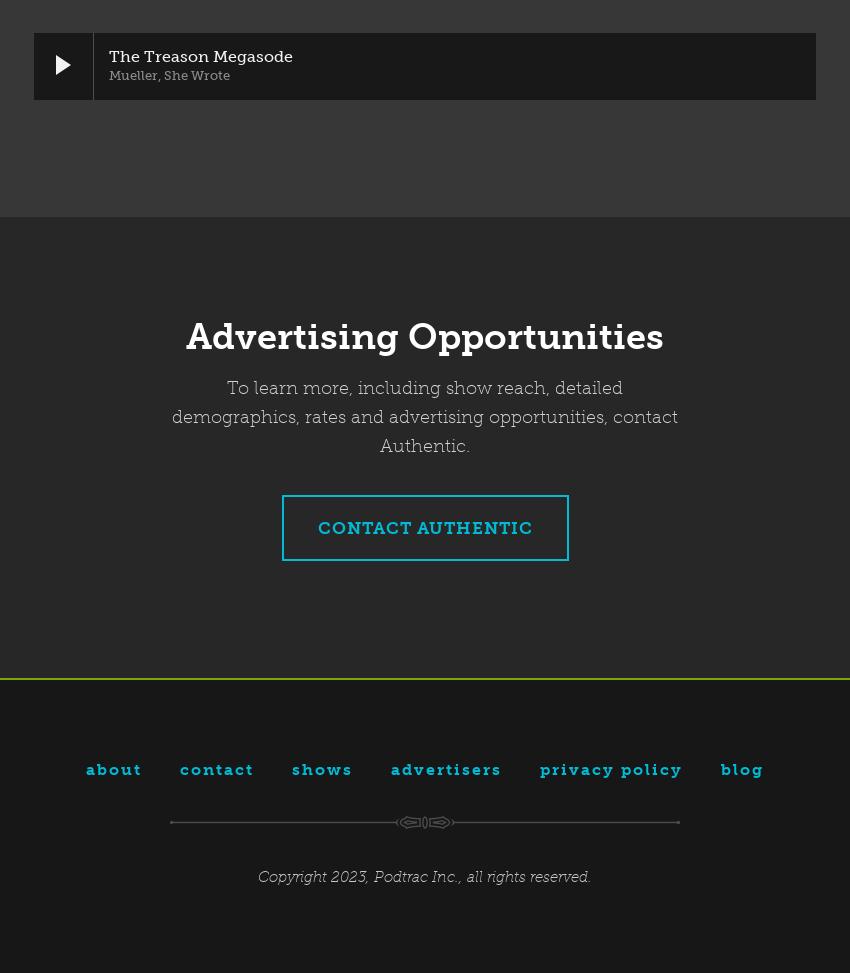  Describe the element at coordinates (169, 73) in the screenshot. I see `'Mueller, She Wrote'` at that location.